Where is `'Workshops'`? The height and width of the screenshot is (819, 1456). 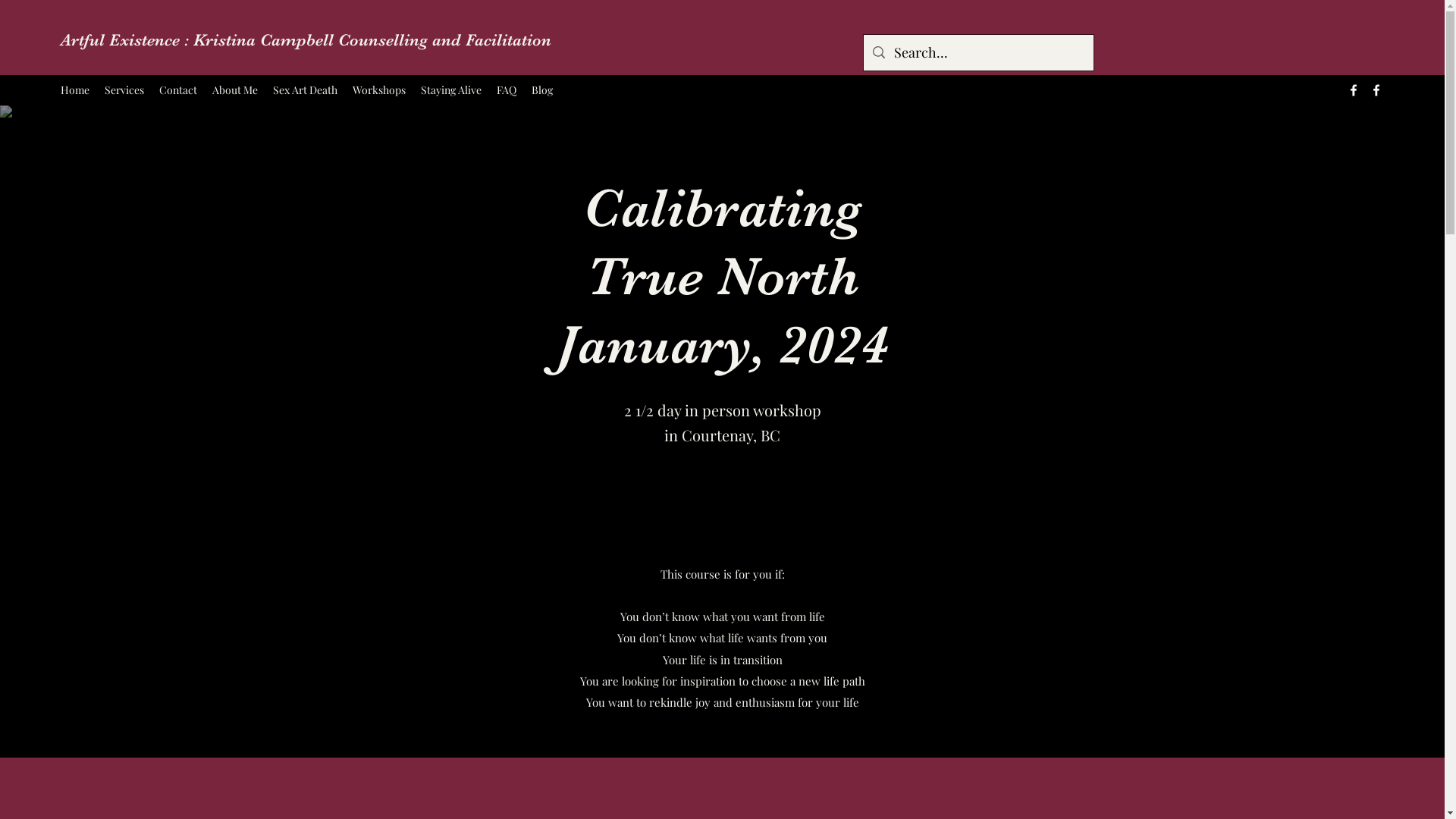
'Workshops' is located at coordinates (378, 90).